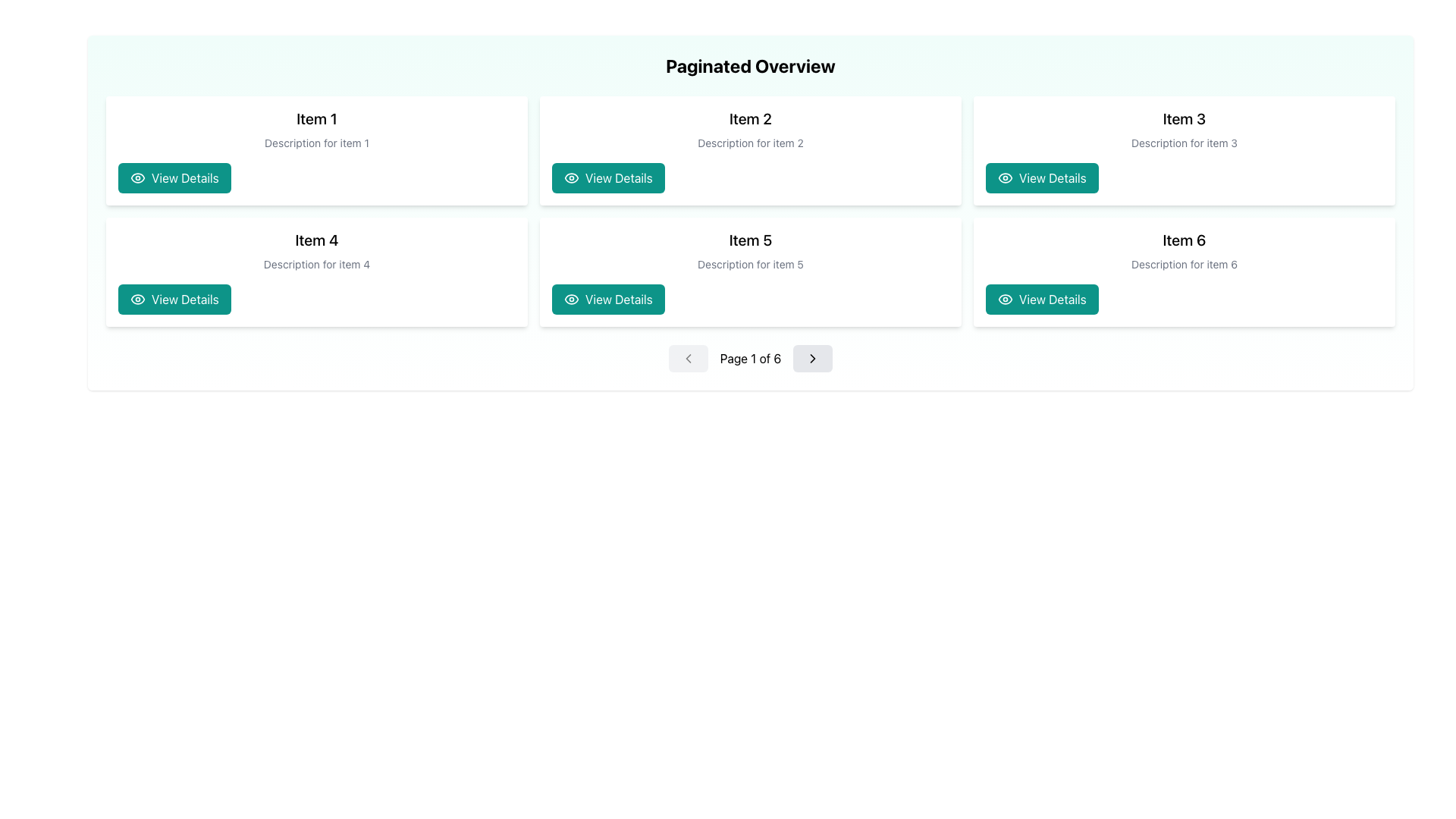 The width and height of the screenshot is (1456, 819). I want to click on the right-pointing chevron button with a light gray background located in the bottom navigation bar, positioned to the right of 'Page 1 of 6', to trigger hover effects, so click(812, 359).